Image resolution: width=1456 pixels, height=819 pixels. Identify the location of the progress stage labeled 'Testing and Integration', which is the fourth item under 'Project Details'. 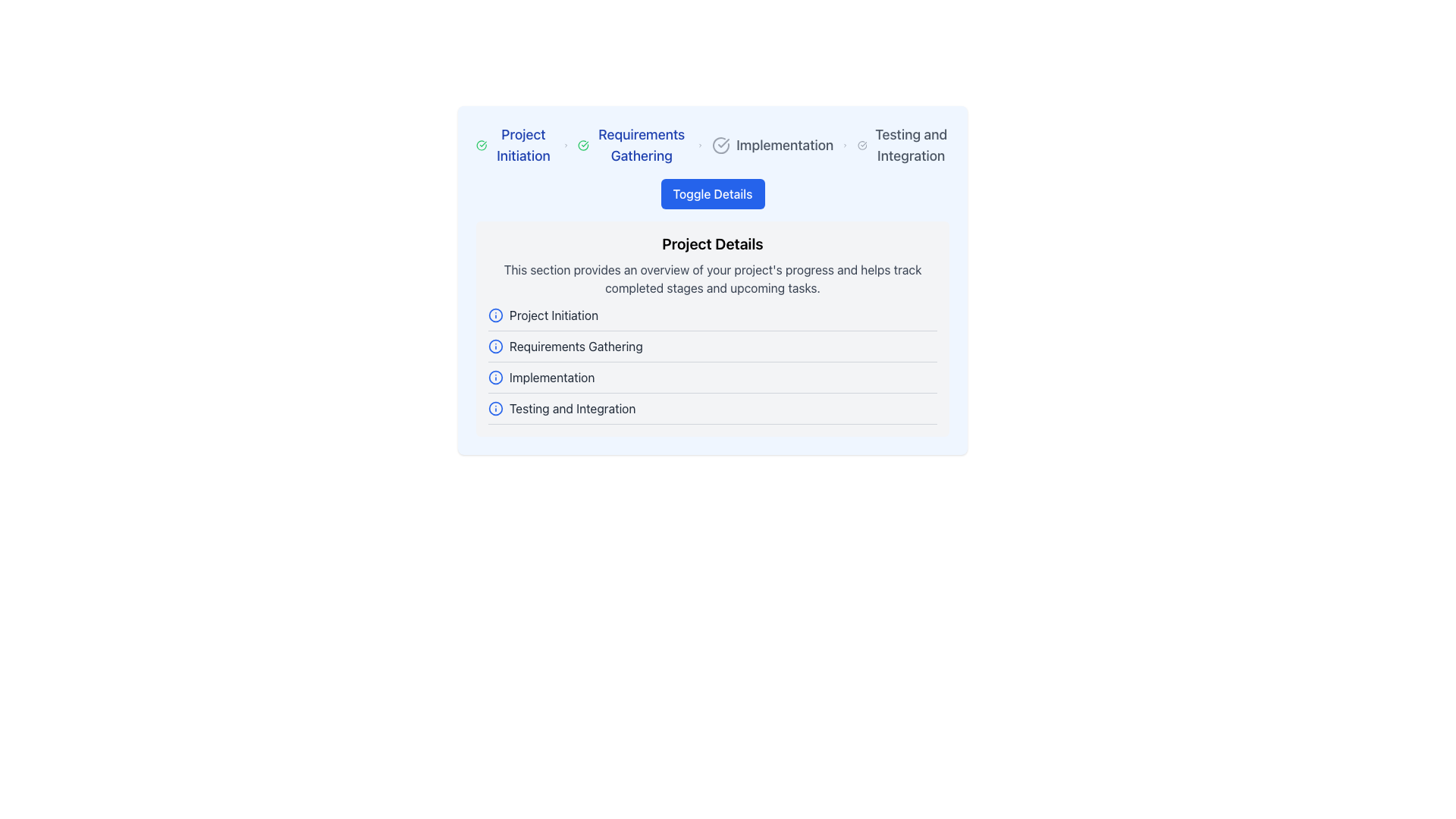
(712, 412).